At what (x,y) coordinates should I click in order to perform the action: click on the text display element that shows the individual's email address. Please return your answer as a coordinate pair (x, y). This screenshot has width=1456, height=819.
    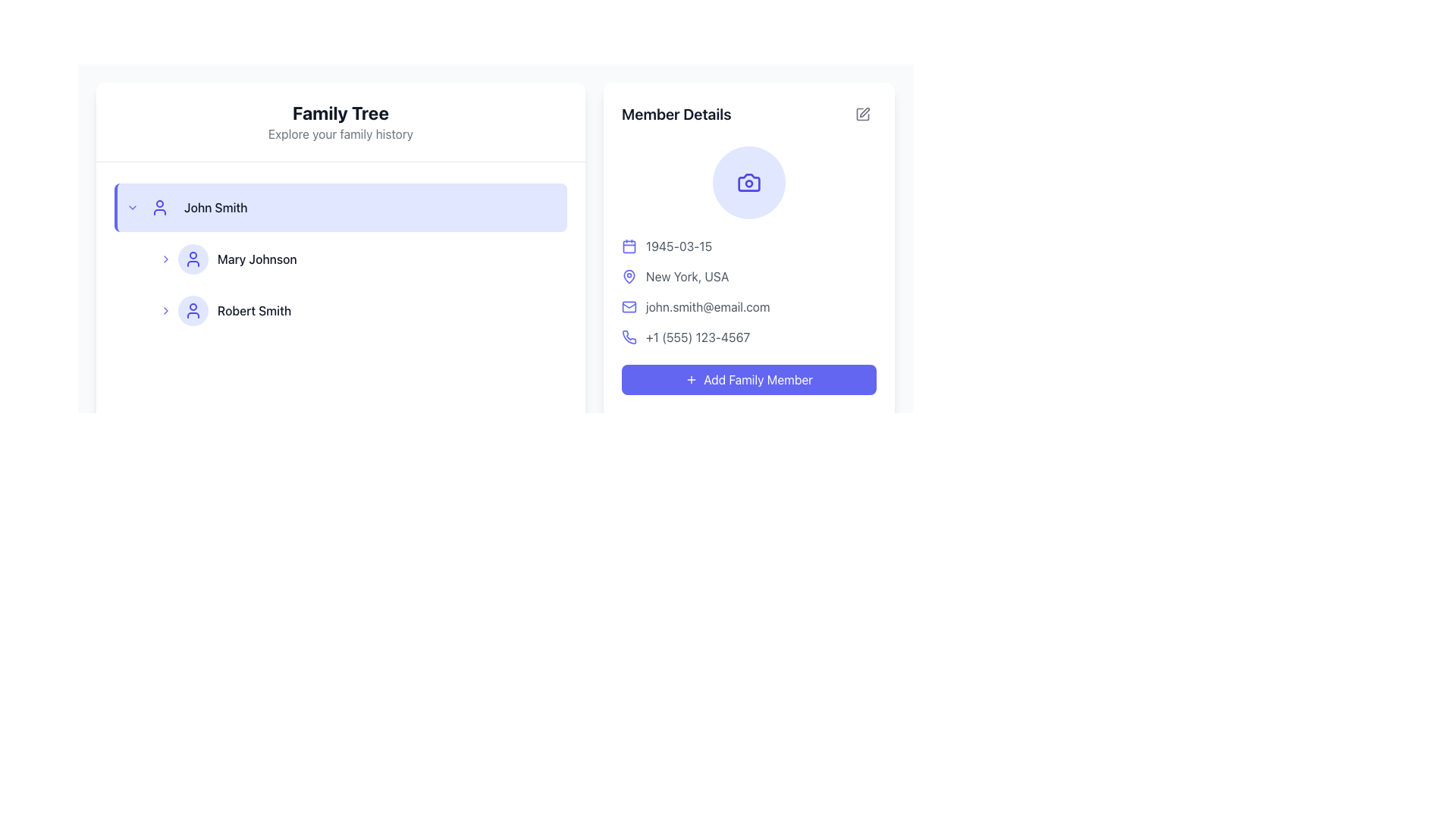
    Looking at the image, I should click on (749, 307).